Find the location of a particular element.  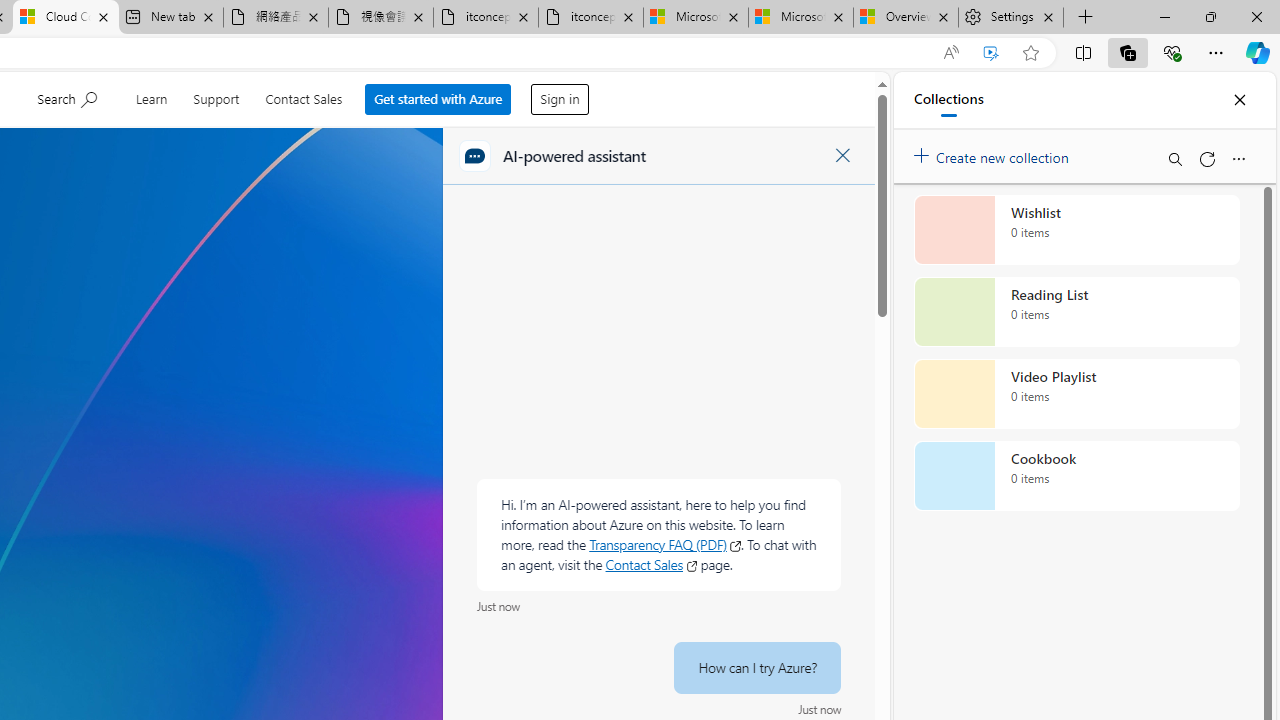

'Overview' is located at coordinates (904, 17).